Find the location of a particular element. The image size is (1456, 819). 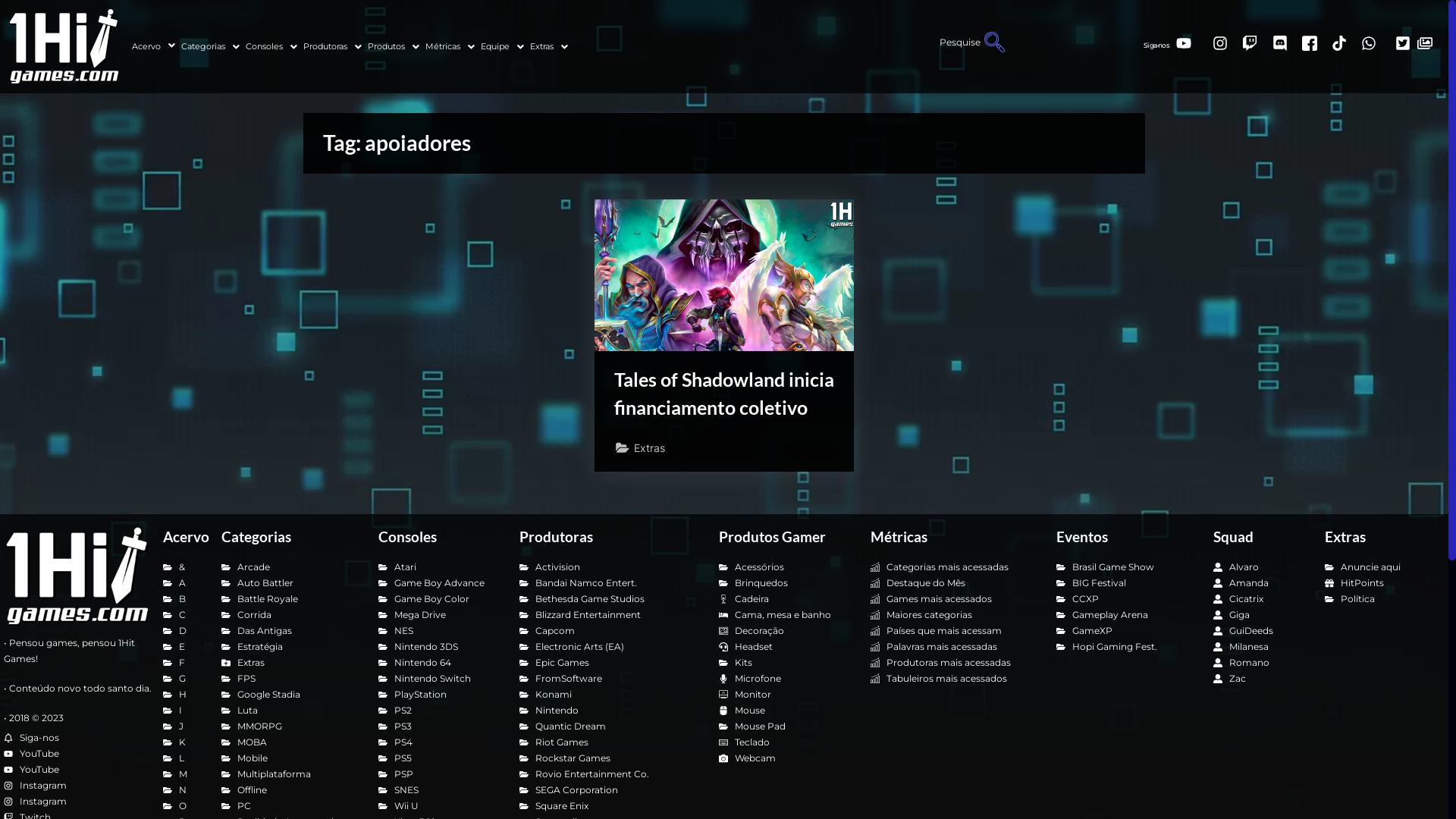

'PS3' is located at coordinates (440, 725).